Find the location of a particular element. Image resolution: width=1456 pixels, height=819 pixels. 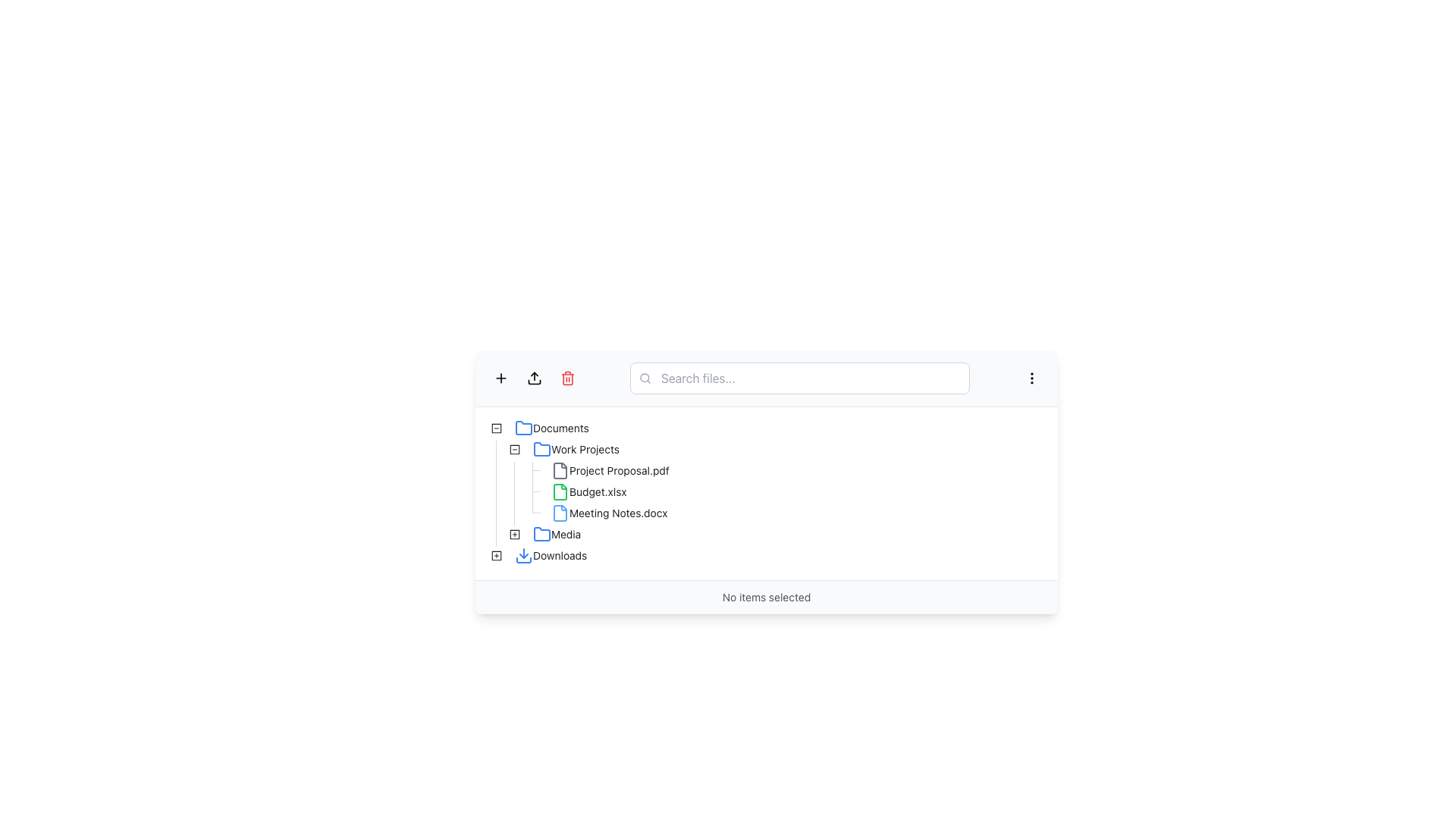

the interactive icon representing a collapsed or expanded folder state next to the 'Work Projects' label under the 'Documents' section is located at coordinates (514, 449).